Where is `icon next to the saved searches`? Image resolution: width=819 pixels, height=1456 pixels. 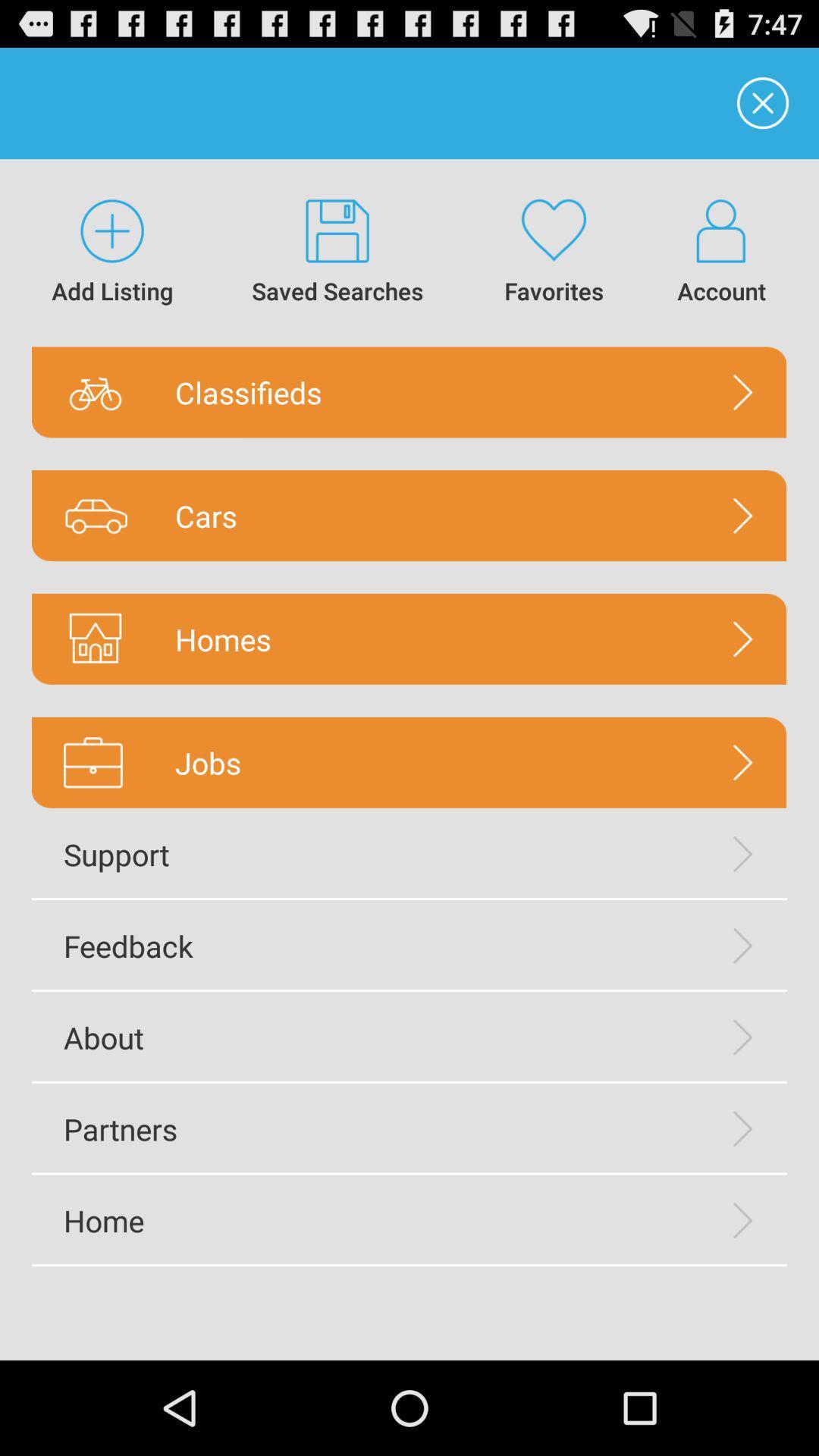 icon next to the saved searches is located at coordinates (111, 253).